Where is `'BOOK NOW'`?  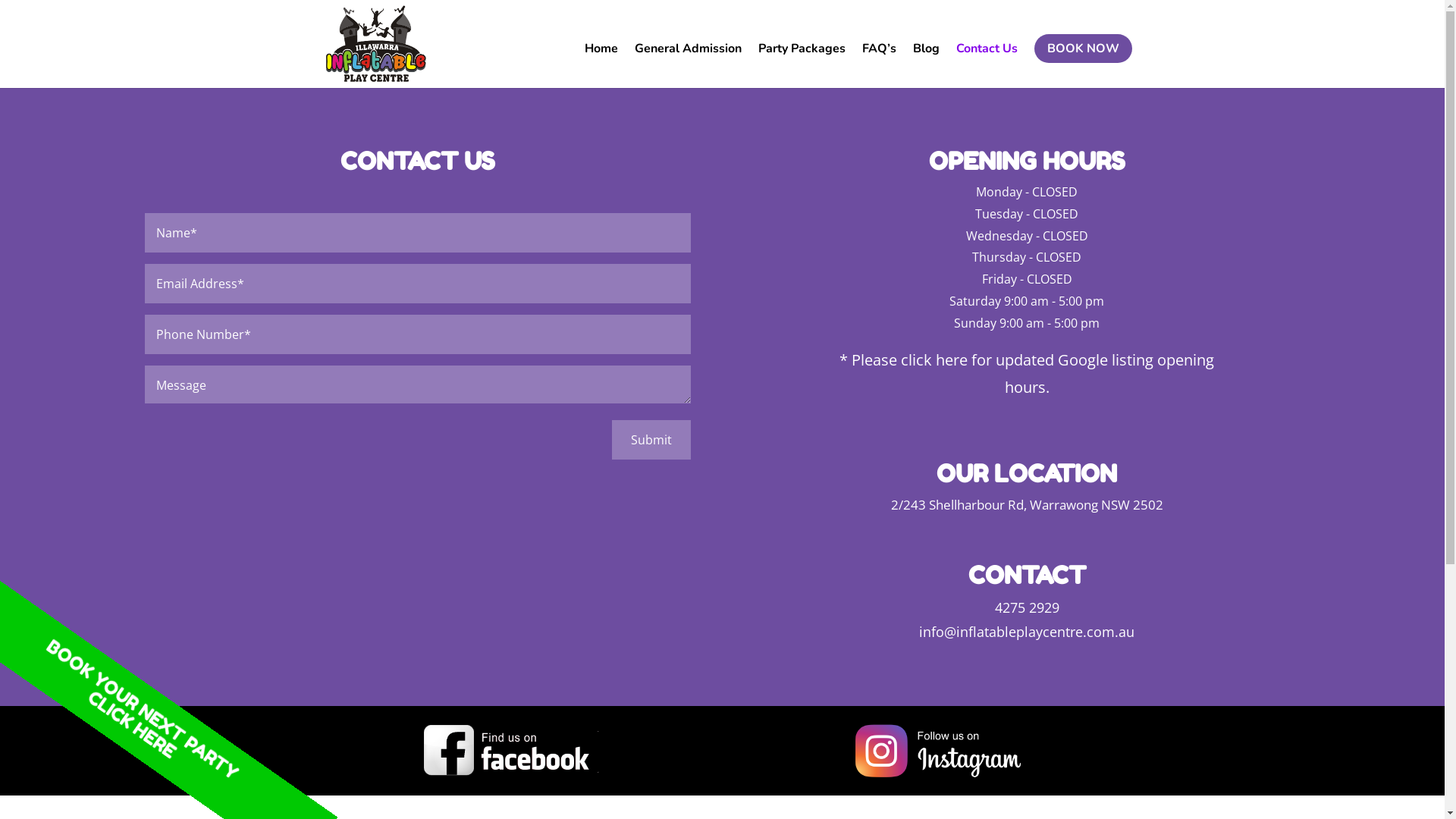
'BOOK NOW' is located at coordinates (1082, 48).